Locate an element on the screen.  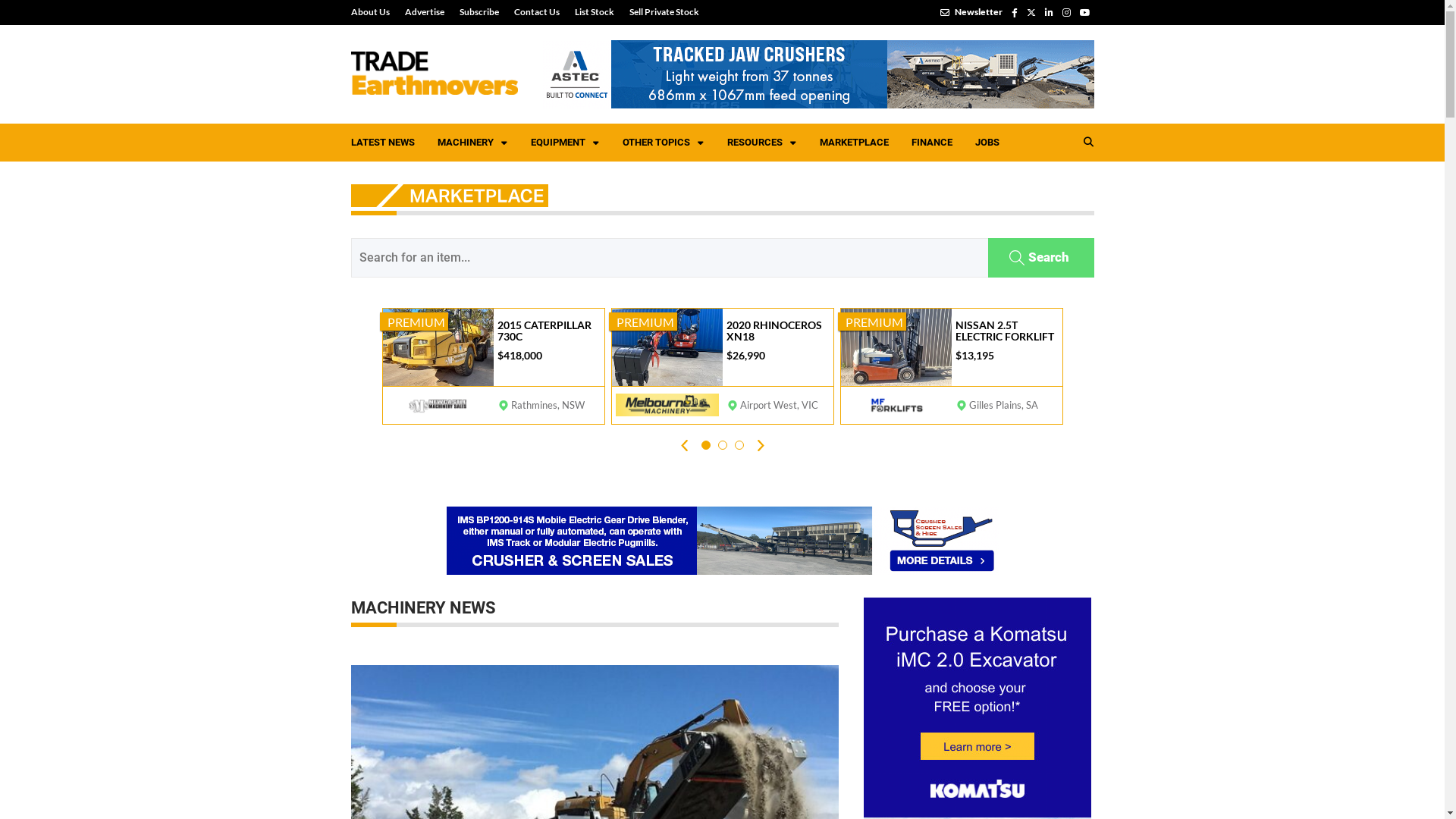
'PREMIUM is located at coordinates (492, 366).